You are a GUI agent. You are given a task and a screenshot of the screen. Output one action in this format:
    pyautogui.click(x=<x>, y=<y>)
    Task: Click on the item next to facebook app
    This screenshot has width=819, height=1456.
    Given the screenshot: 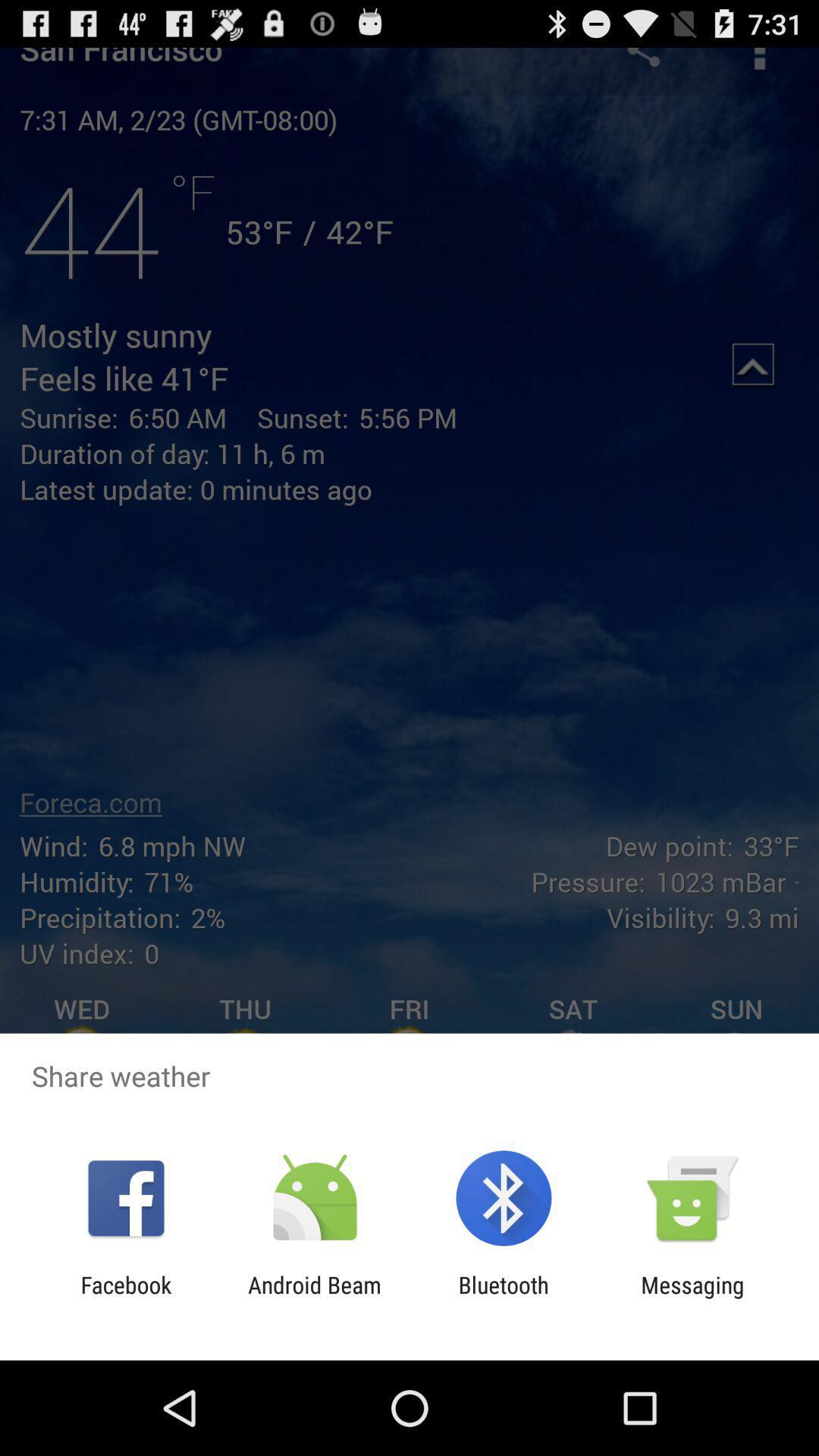 What is the action you would take?
    pyautogui.click(x=314, y=1298)
    